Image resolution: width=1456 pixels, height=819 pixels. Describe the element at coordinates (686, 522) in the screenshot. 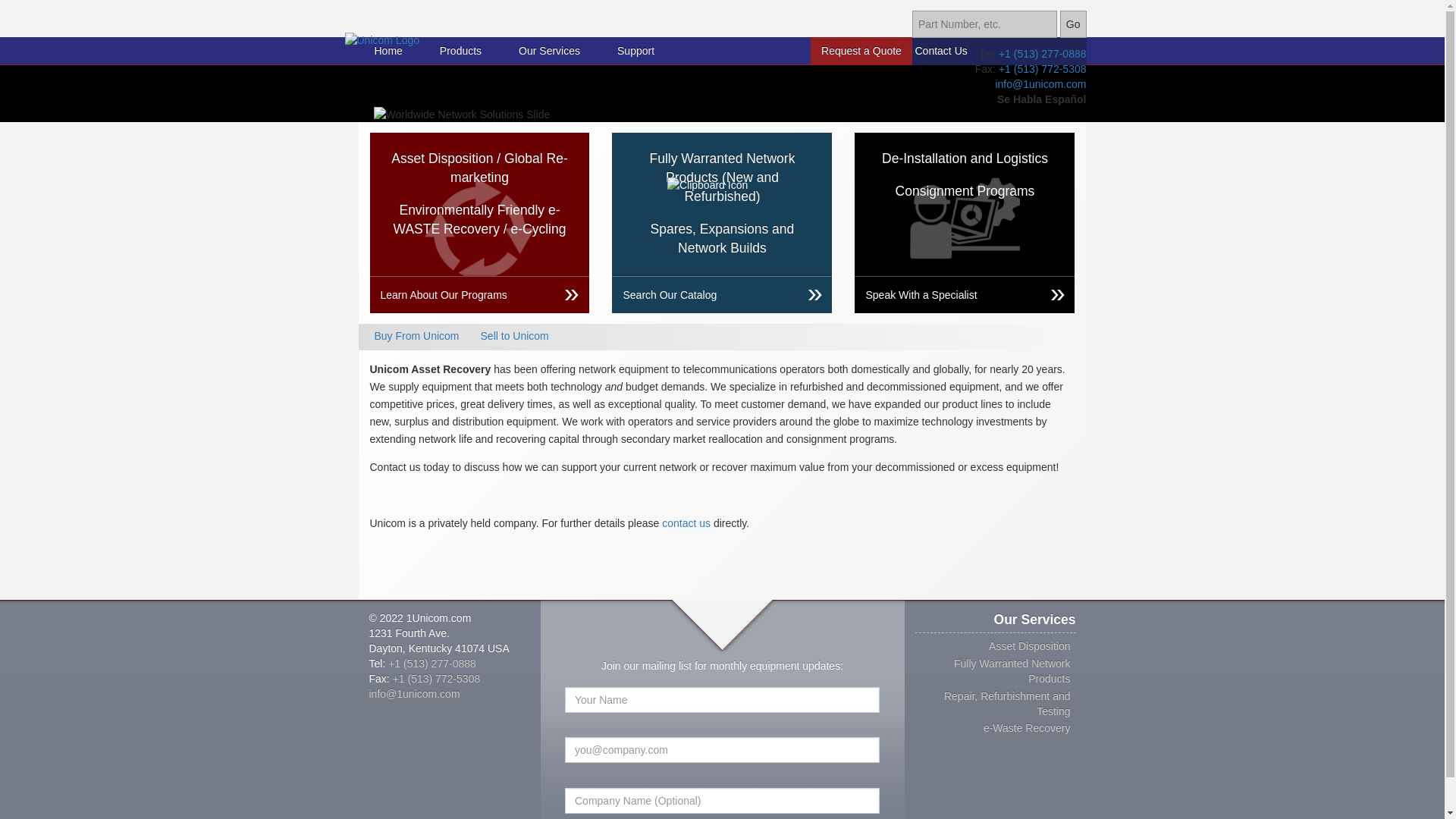

I see `'contact us'` at that location.